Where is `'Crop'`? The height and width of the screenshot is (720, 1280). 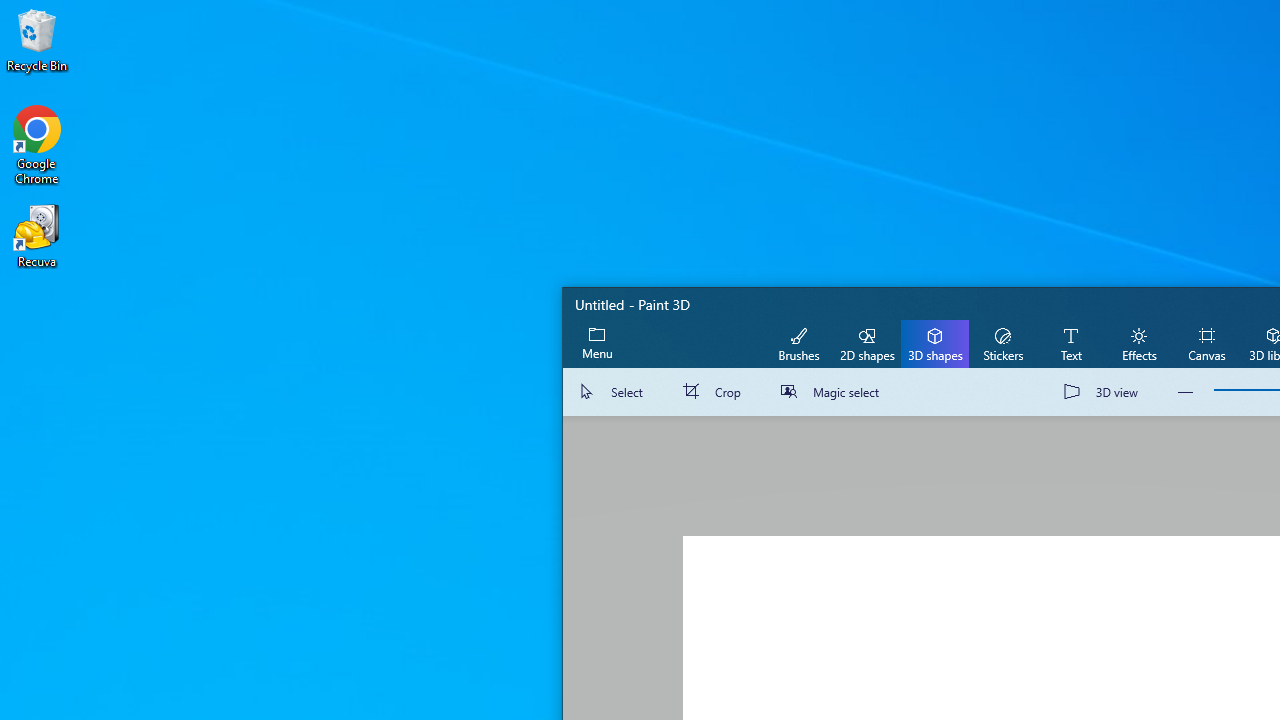 'Crop' is located at coordinates (716, 392).